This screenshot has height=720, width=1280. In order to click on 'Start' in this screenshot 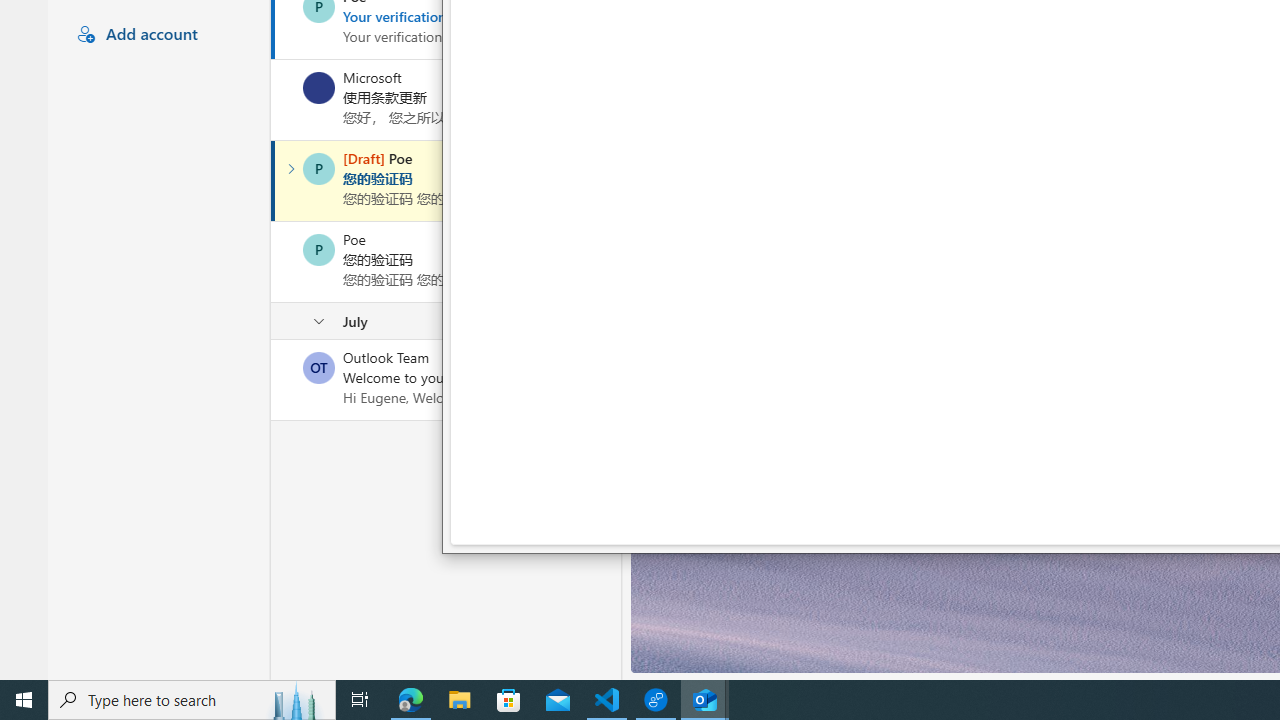, I will do `click(24, 698)`.